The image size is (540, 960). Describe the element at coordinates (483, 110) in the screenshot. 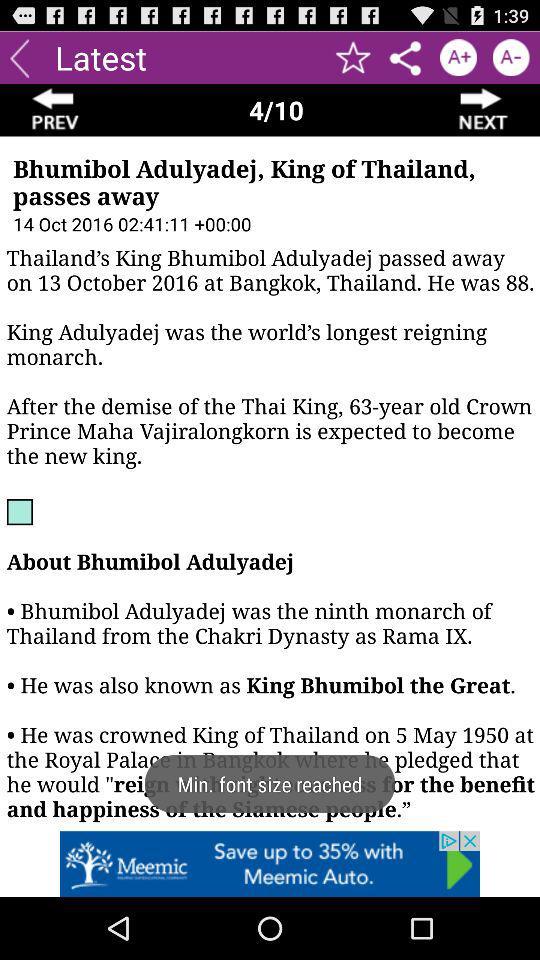

I see `next button` at that location.